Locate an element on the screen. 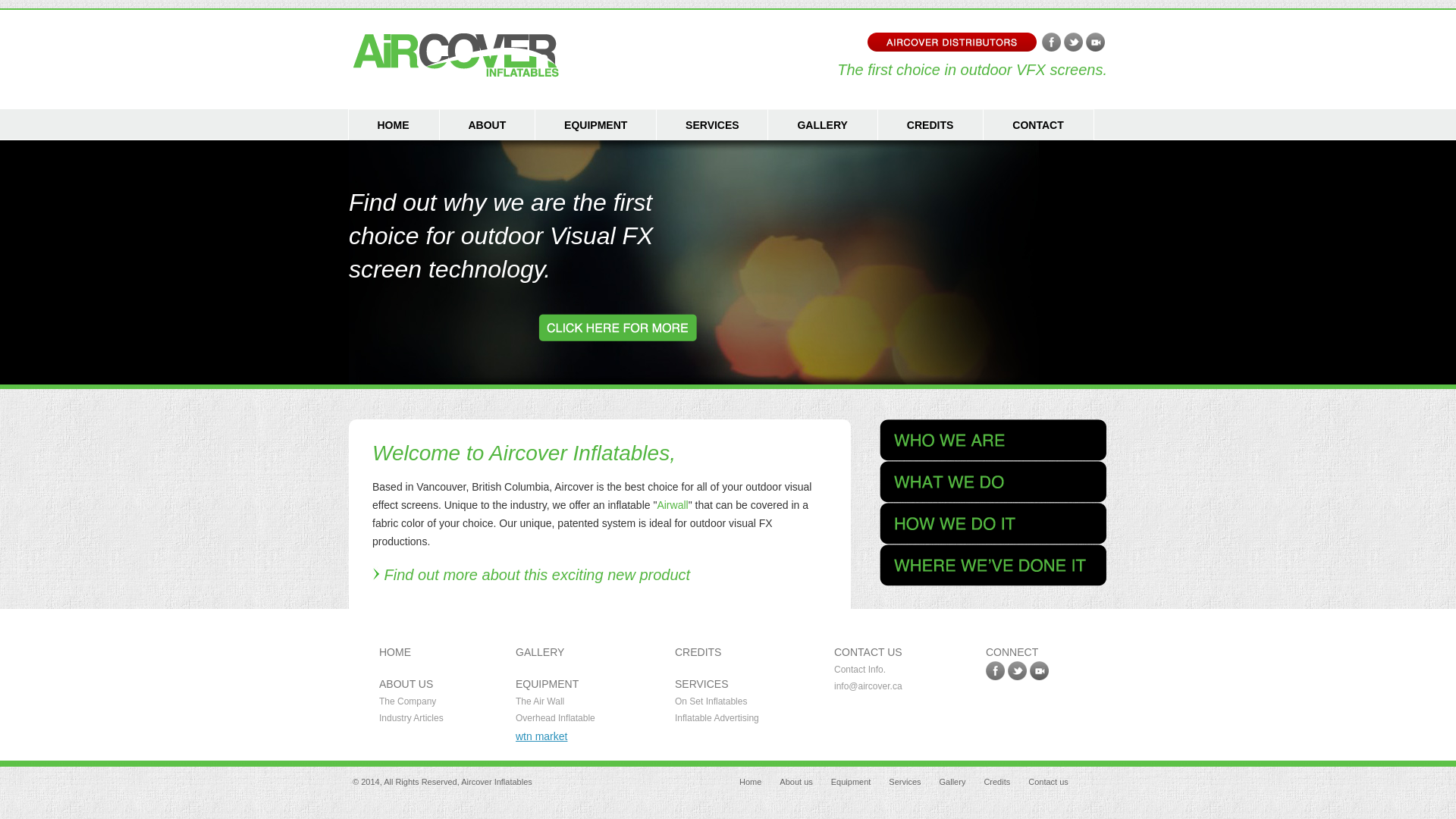 Image resolution: width=1456 pixels, height=819 pixels. 'CONTACT US' is located at coordinates (868, 651).